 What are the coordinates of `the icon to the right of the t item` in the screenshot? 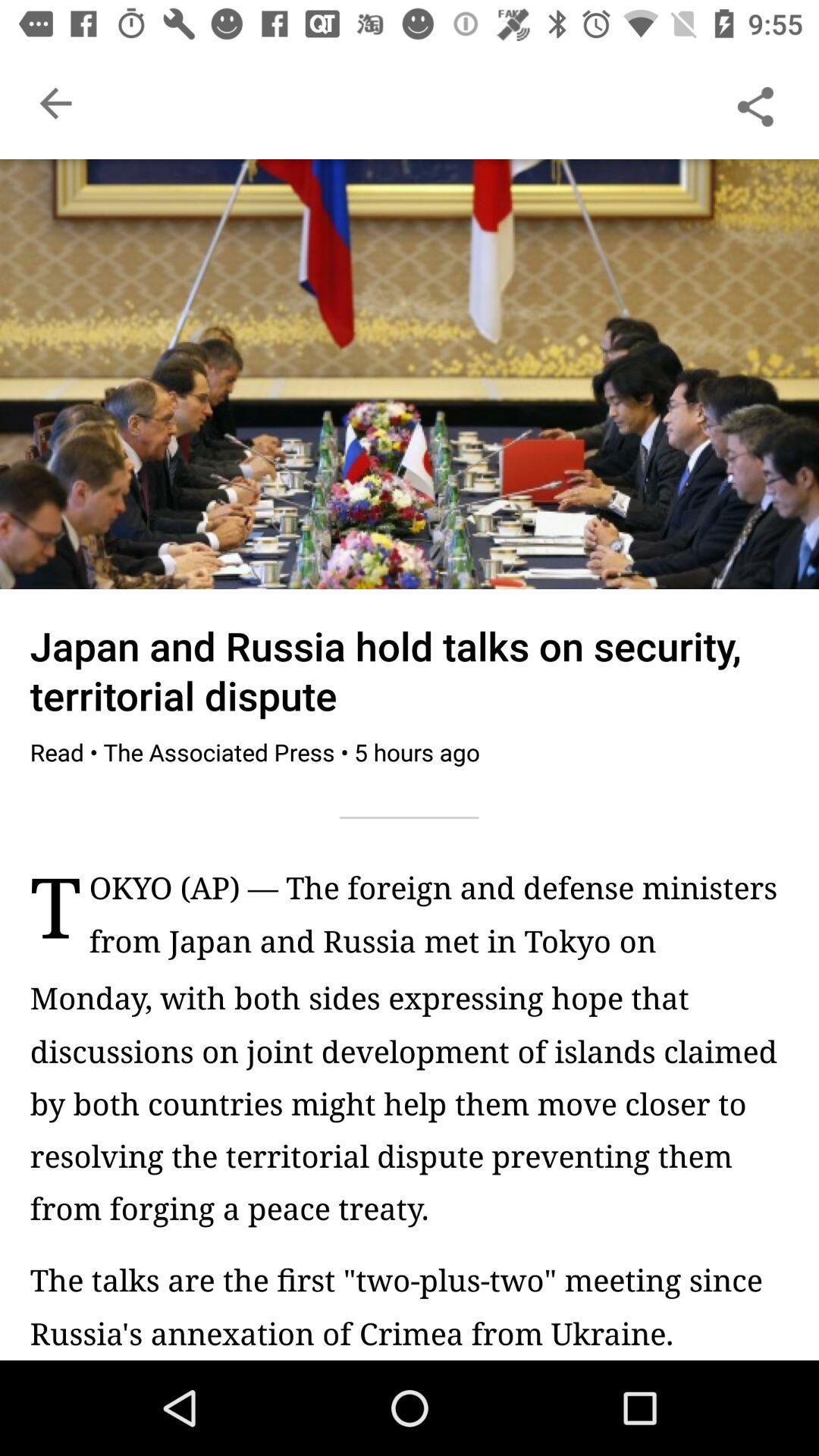 It's located at (438, 921).